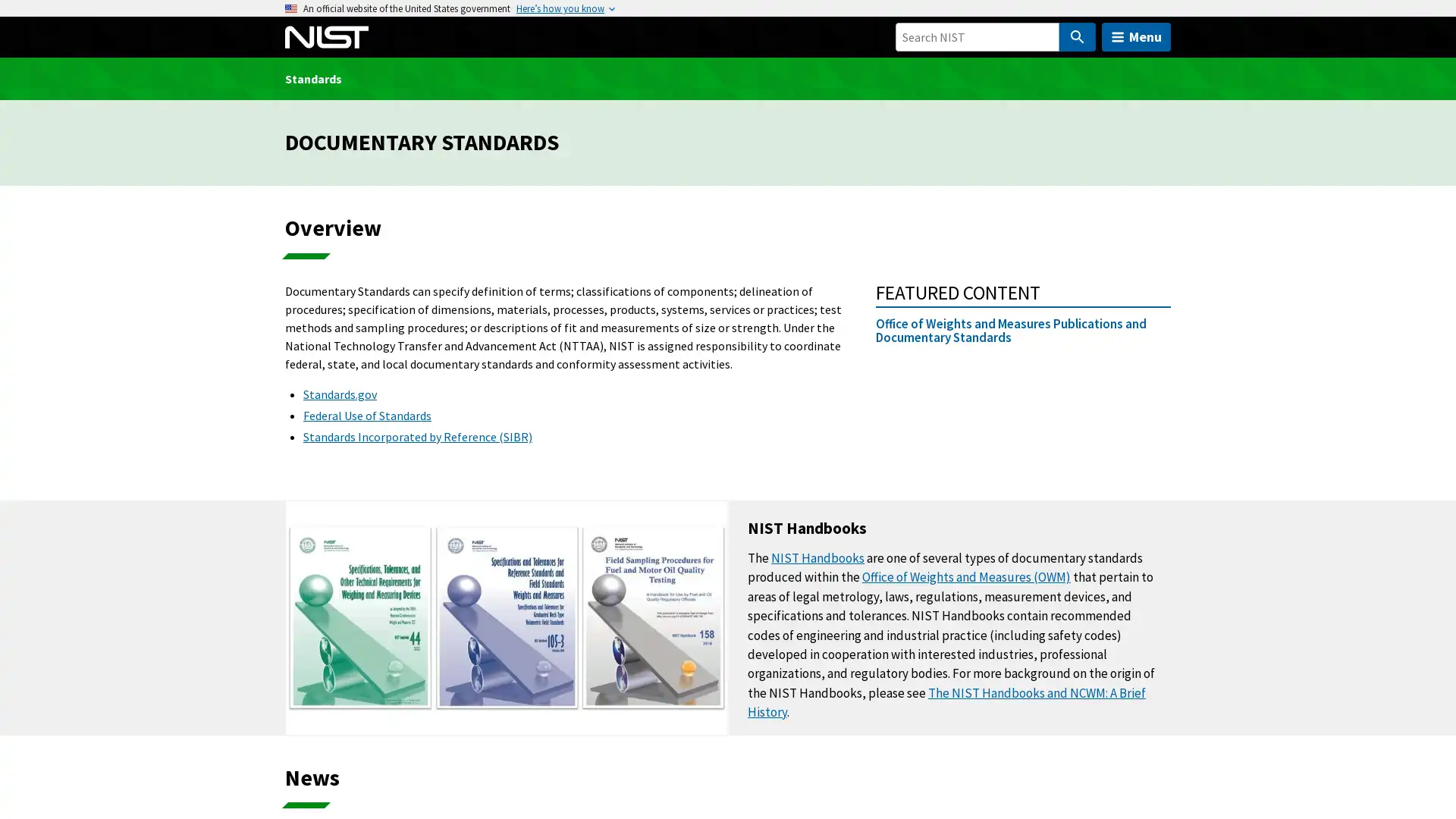 This screenshot has width=1456, height=819. What do you see at coordinates (1136, 36) in the screenshot?
I see `Menu` at bounding box center [1136, 36].